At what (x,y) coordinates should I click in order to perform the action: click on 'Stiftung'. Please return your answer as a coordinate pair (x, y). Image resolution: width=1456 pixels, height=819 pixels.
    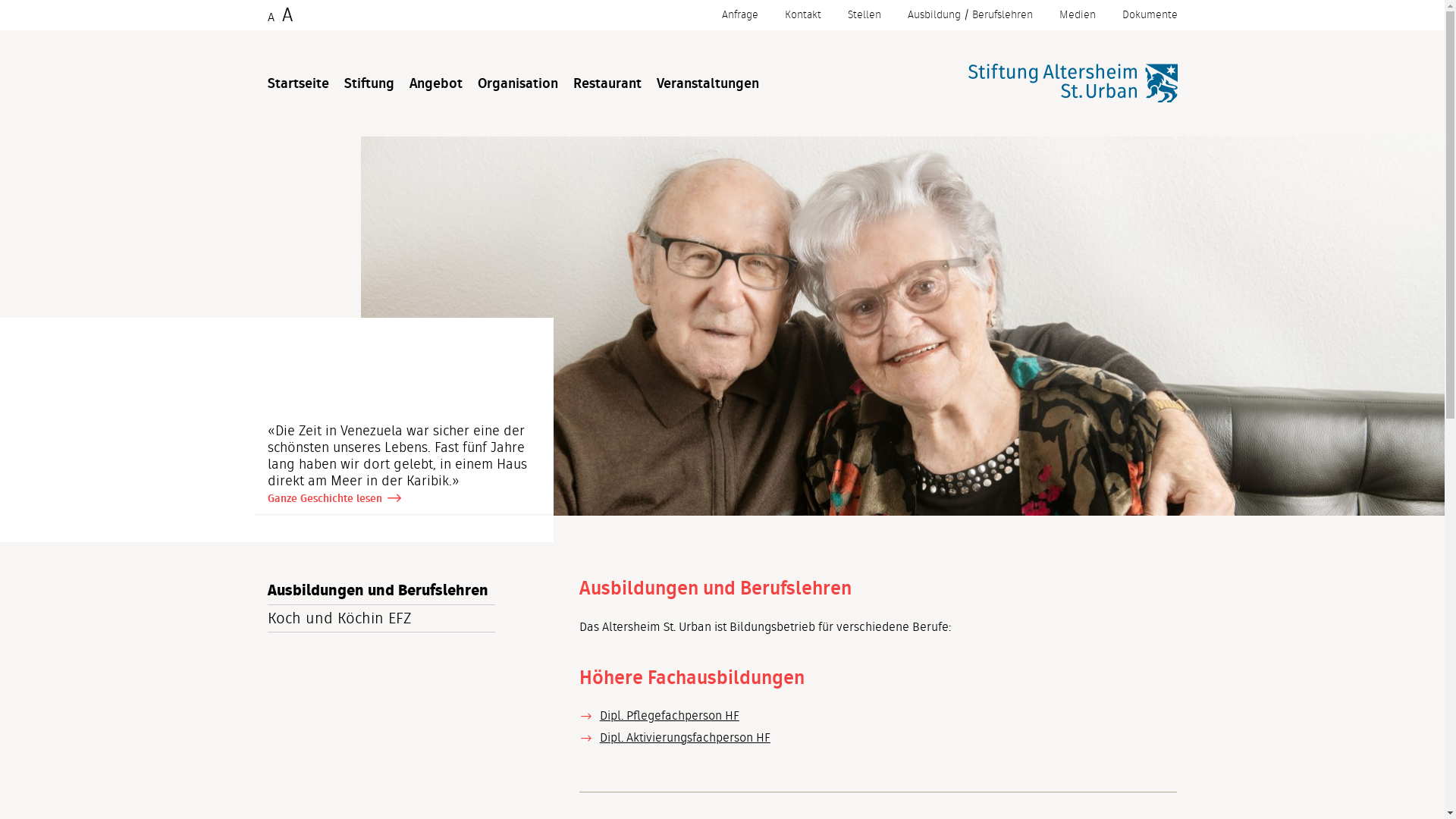
    Looking at the image, I should click on (344, 84).